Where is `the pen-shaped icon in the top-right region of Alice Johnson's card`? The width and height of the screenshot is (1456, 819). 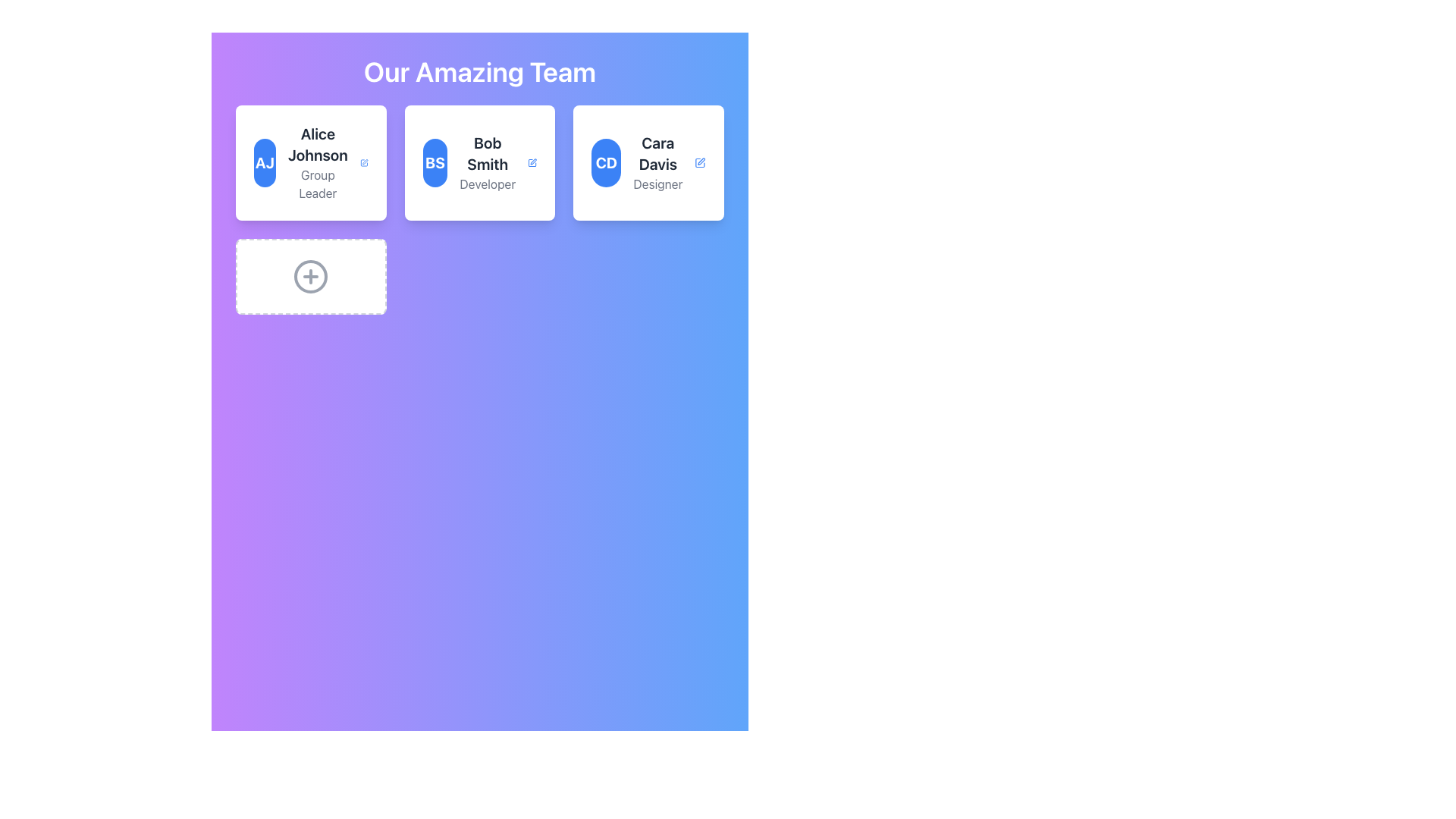
the pen-shaped icon in the top-right region of Alice Johnson's card is located at coordinates (364, 163).